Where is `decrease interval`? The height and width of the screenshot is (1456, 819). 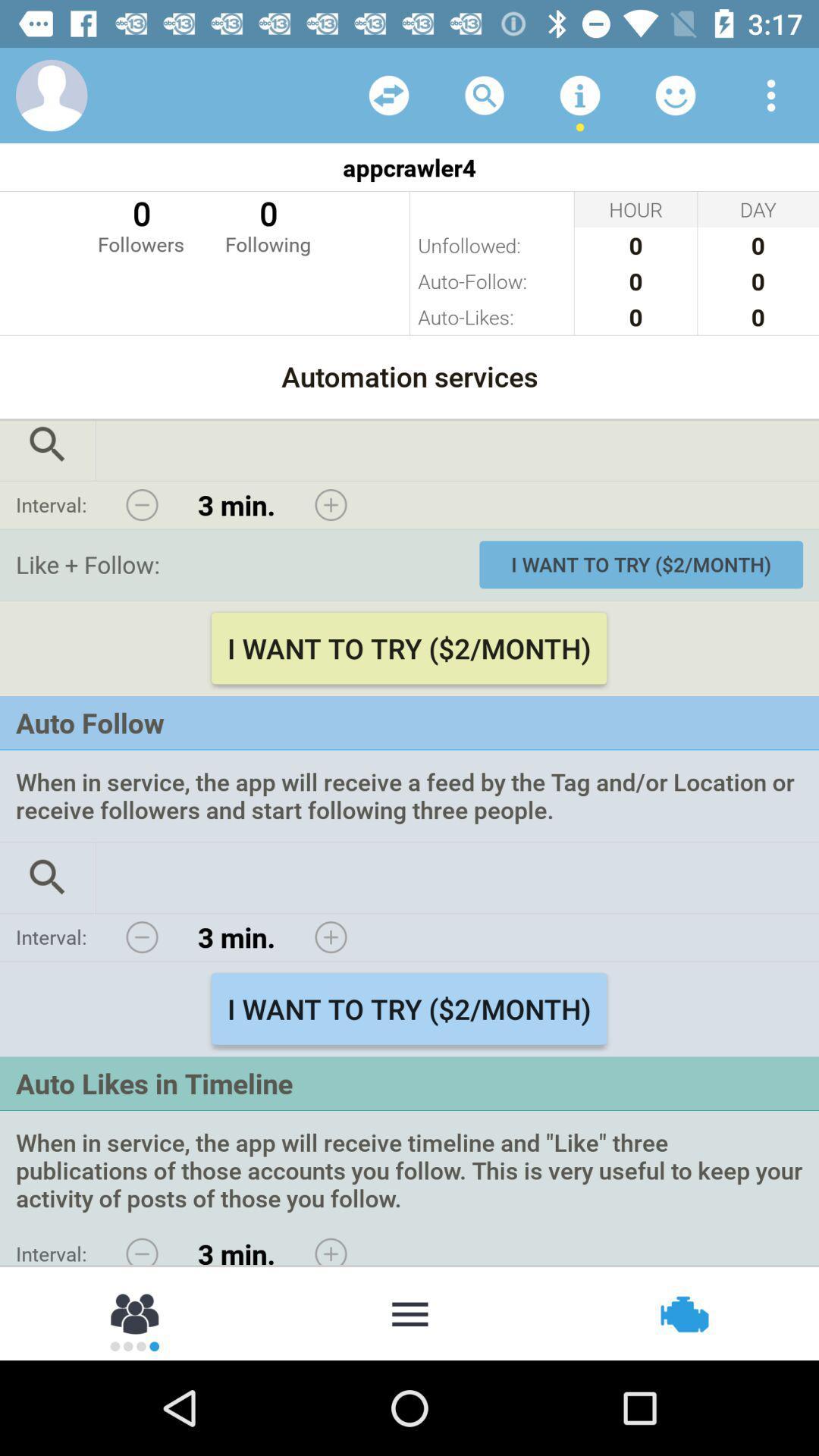
decrease interval is located at coordinates (142, 937).